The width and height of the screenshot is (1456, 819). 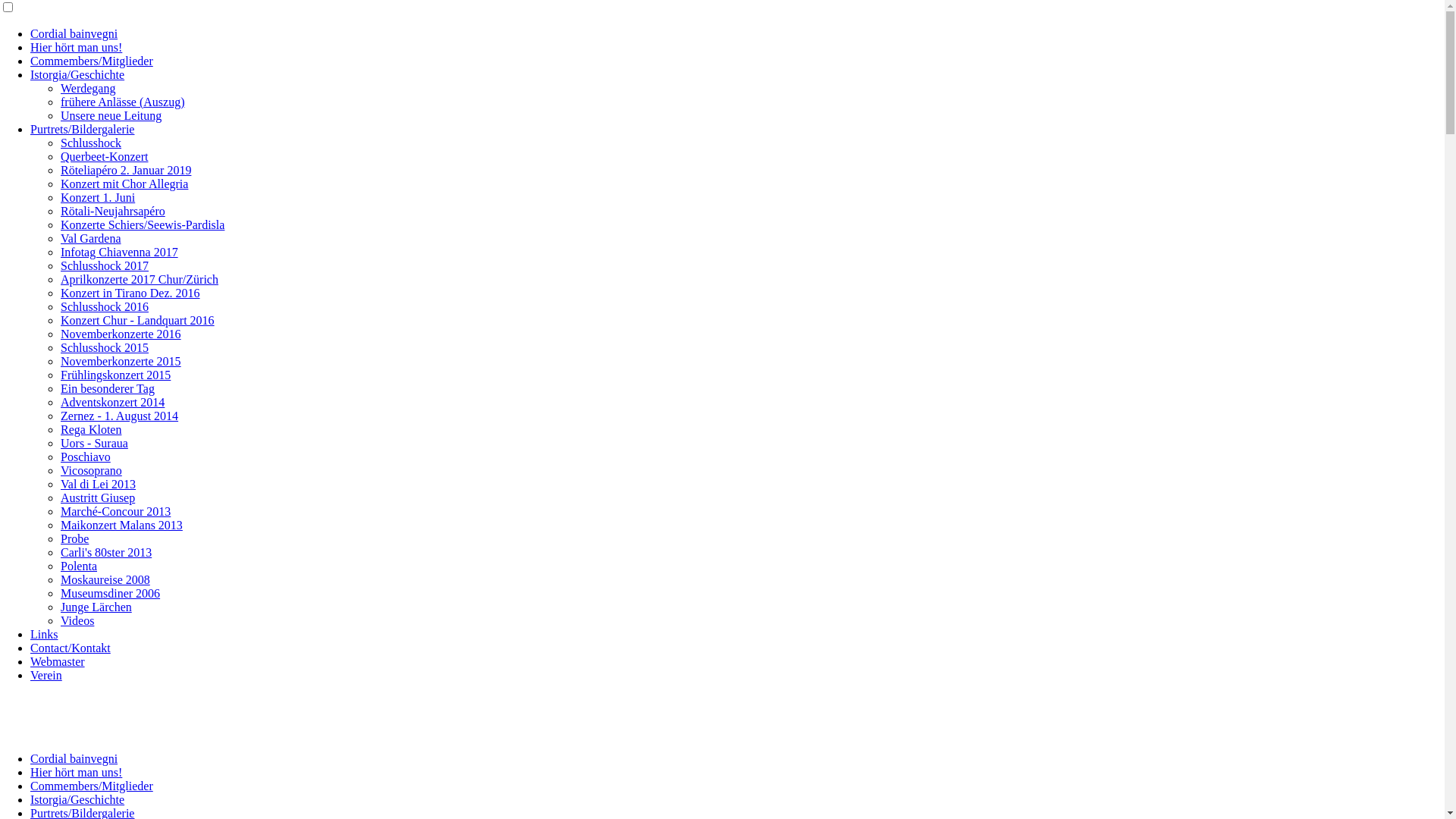 I want to click on 'Istorgia/Geschichte', so click(x=76, y=799).